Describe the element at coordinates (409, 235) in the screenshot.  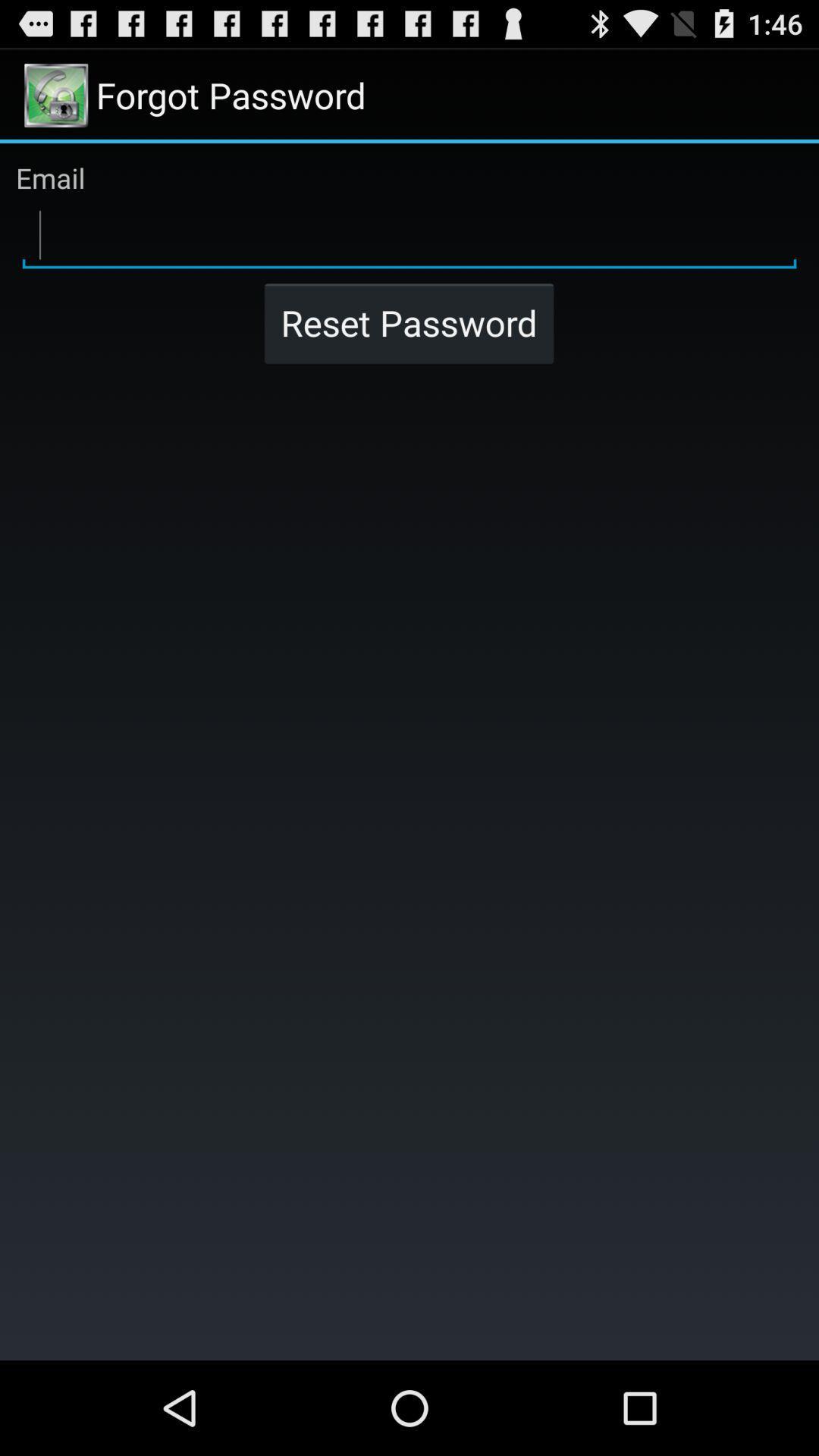
I see `input email to request a password reset` at that location.